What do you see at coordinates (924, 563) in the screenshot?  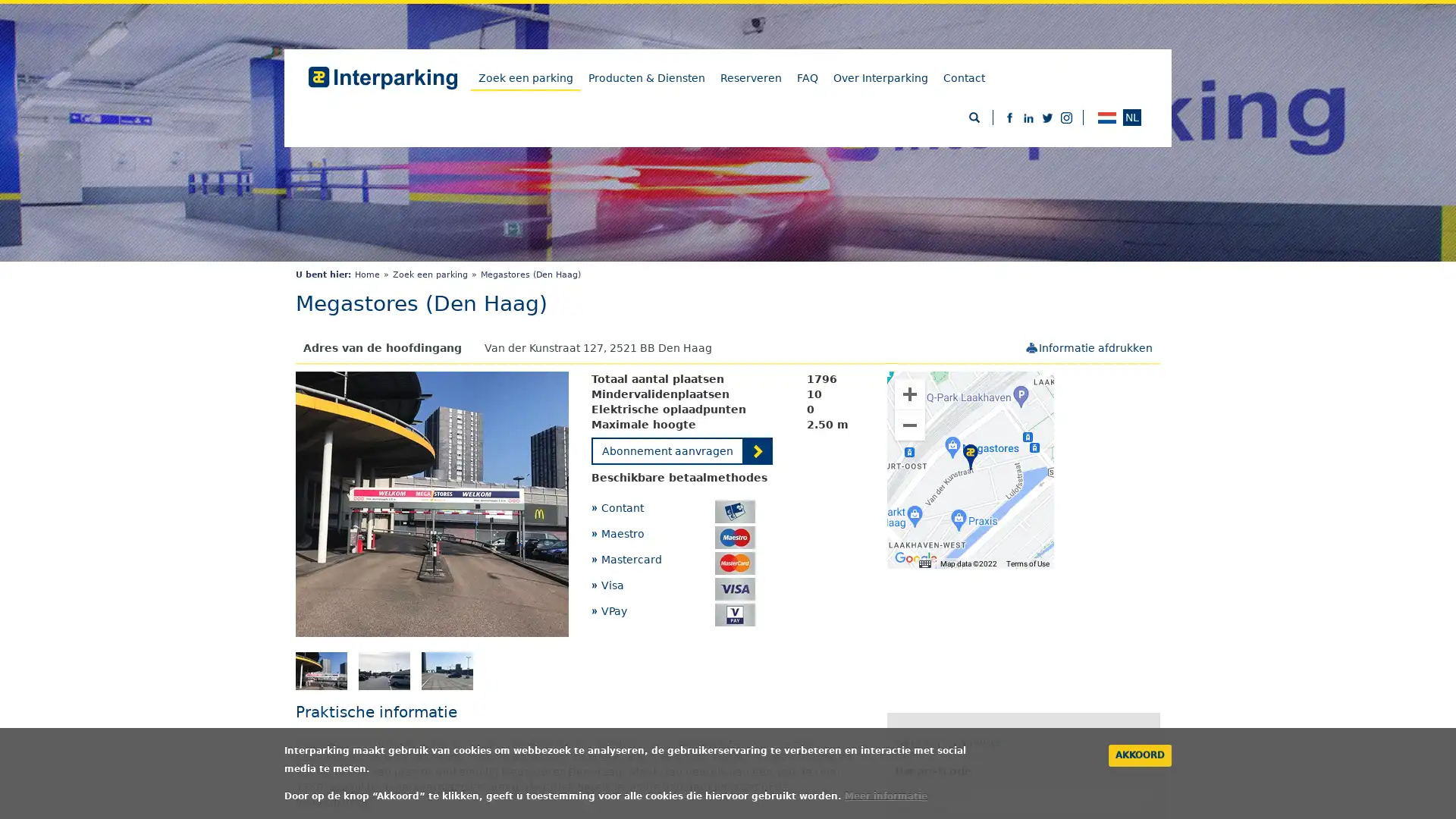 I see `Keyboard shortcuts` at bounding box center [924, 563].